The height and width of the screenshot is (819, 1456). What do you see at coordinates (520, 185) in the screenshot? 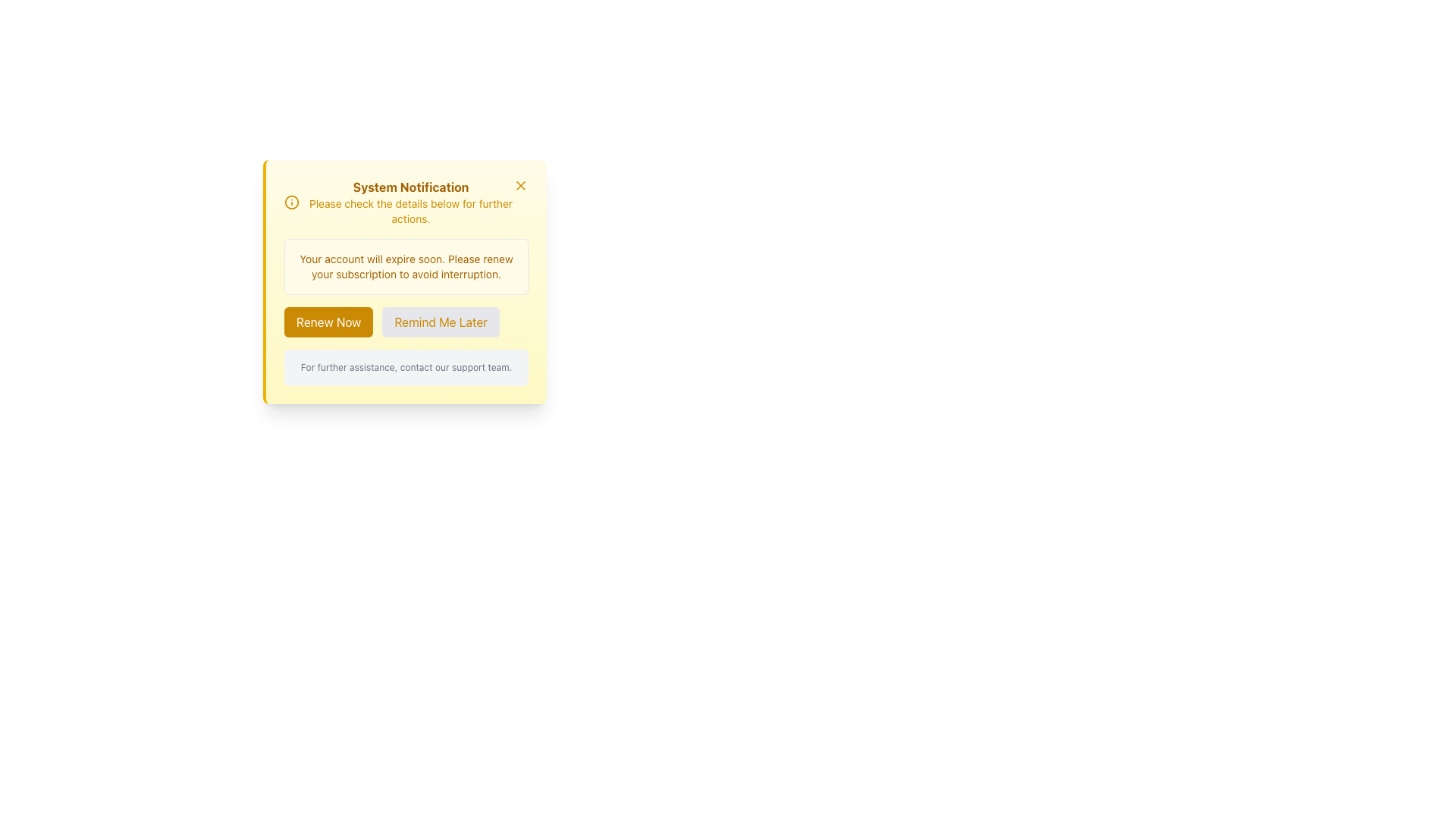
I see `the close icon shaped as a diagonal cross (X) located at the top-right corner of the notification card` at bounding box center [520, 185].